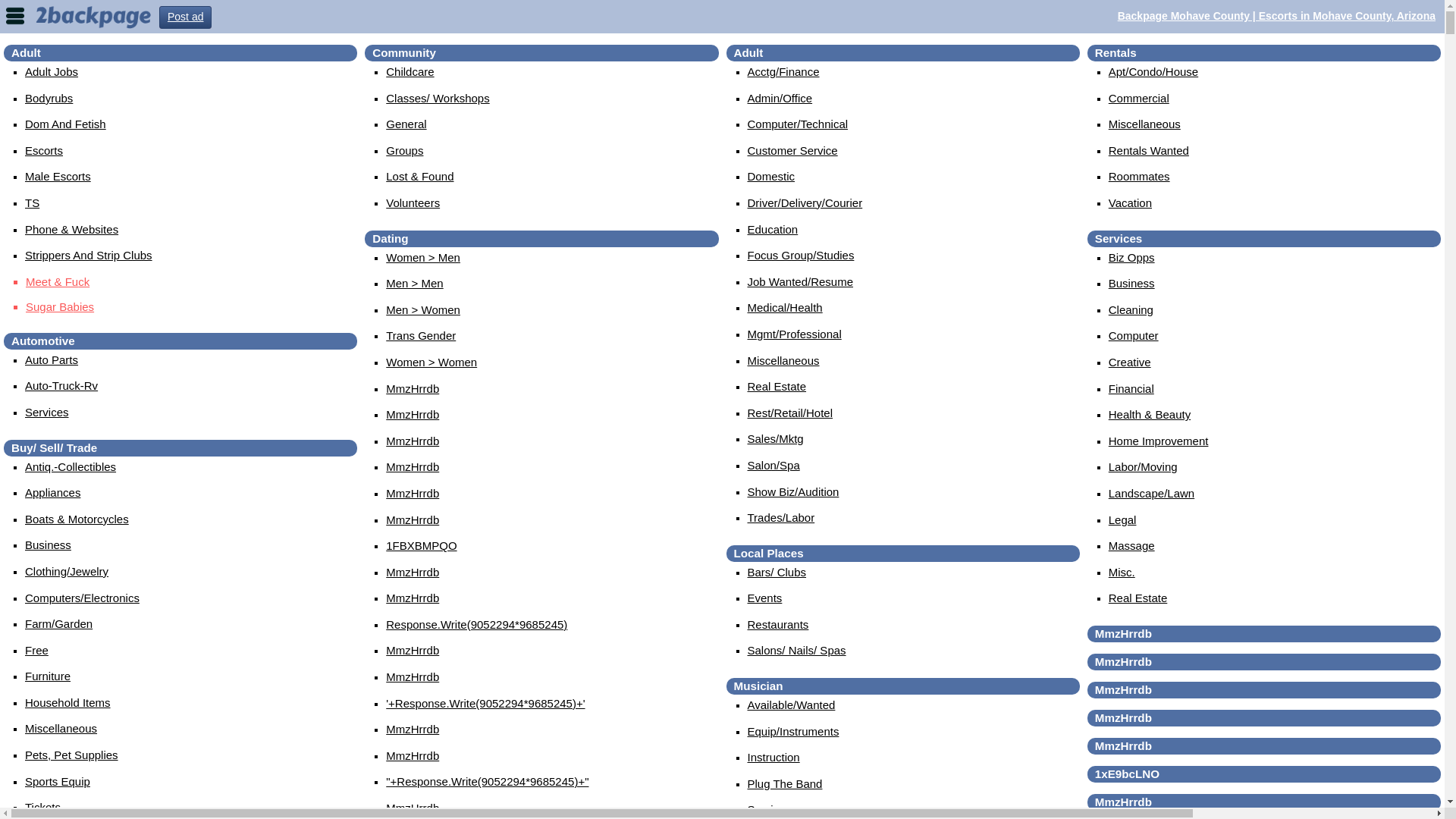  What do you see at coordinates (797, 123) in the screenshot?
I see `'Computer/Technical'` at bounding box center [797, 123].